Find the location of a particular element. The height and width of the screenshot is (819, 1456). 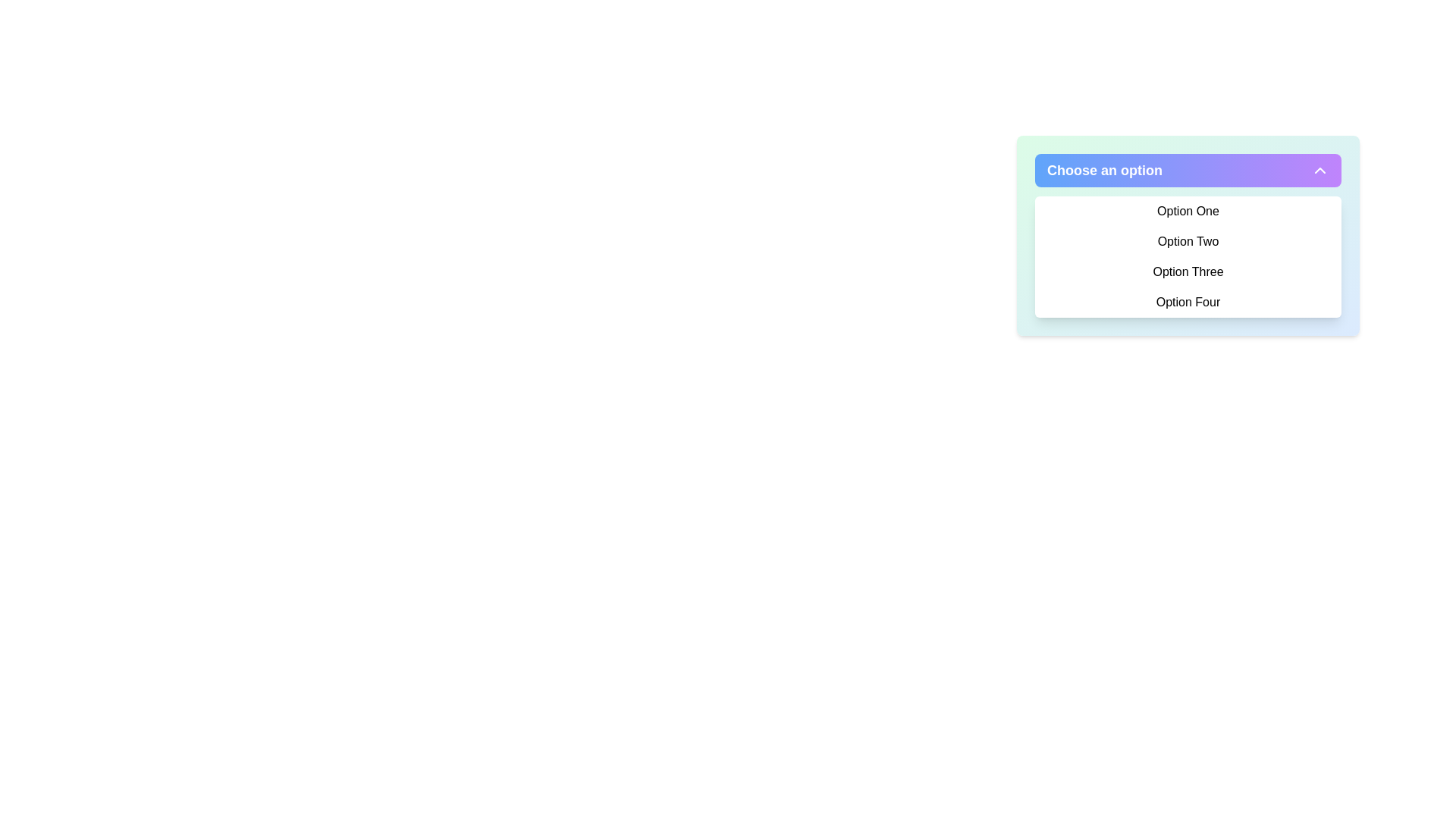

the dropdown menu item displaying 'Option One' is located at coordinates (1187, 211).